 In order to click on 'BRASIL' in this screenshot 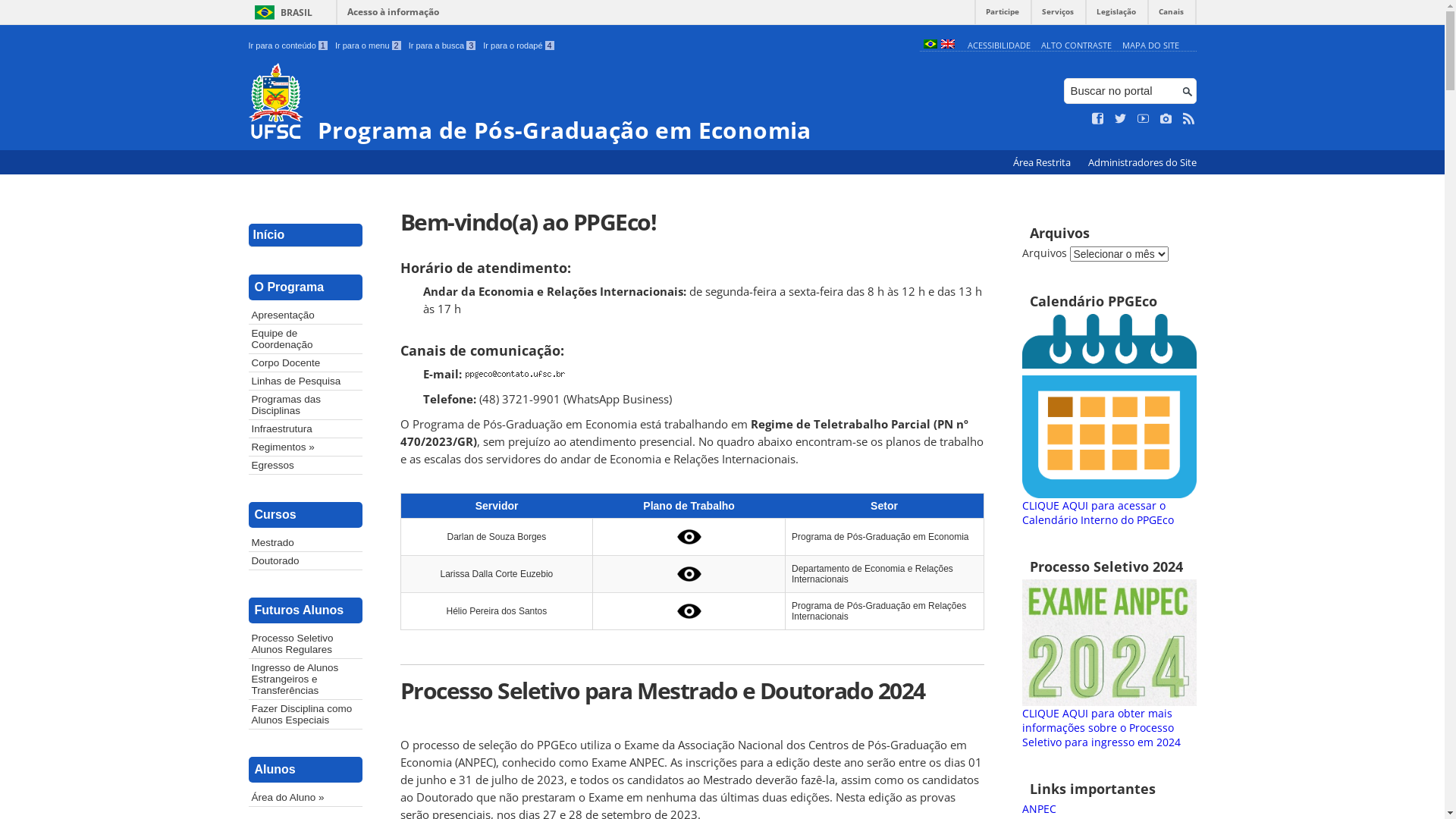, I will do `click(281, 12)`.